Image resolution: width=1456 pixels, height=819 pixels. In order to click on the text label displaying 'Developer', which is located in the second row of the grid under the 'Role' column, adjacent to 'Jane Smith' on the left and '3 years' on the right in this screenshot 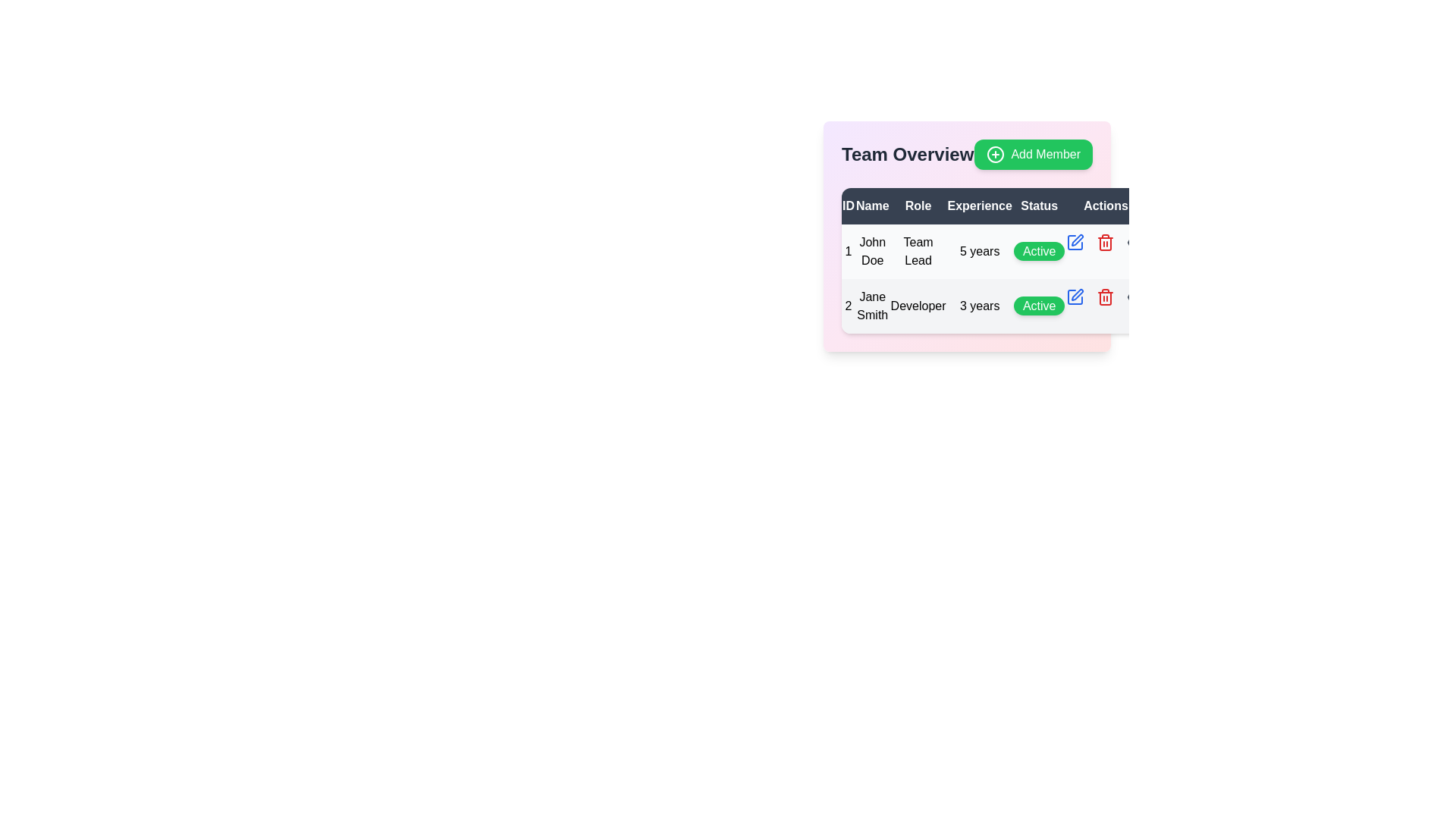, I will do `click(918, 306)`.